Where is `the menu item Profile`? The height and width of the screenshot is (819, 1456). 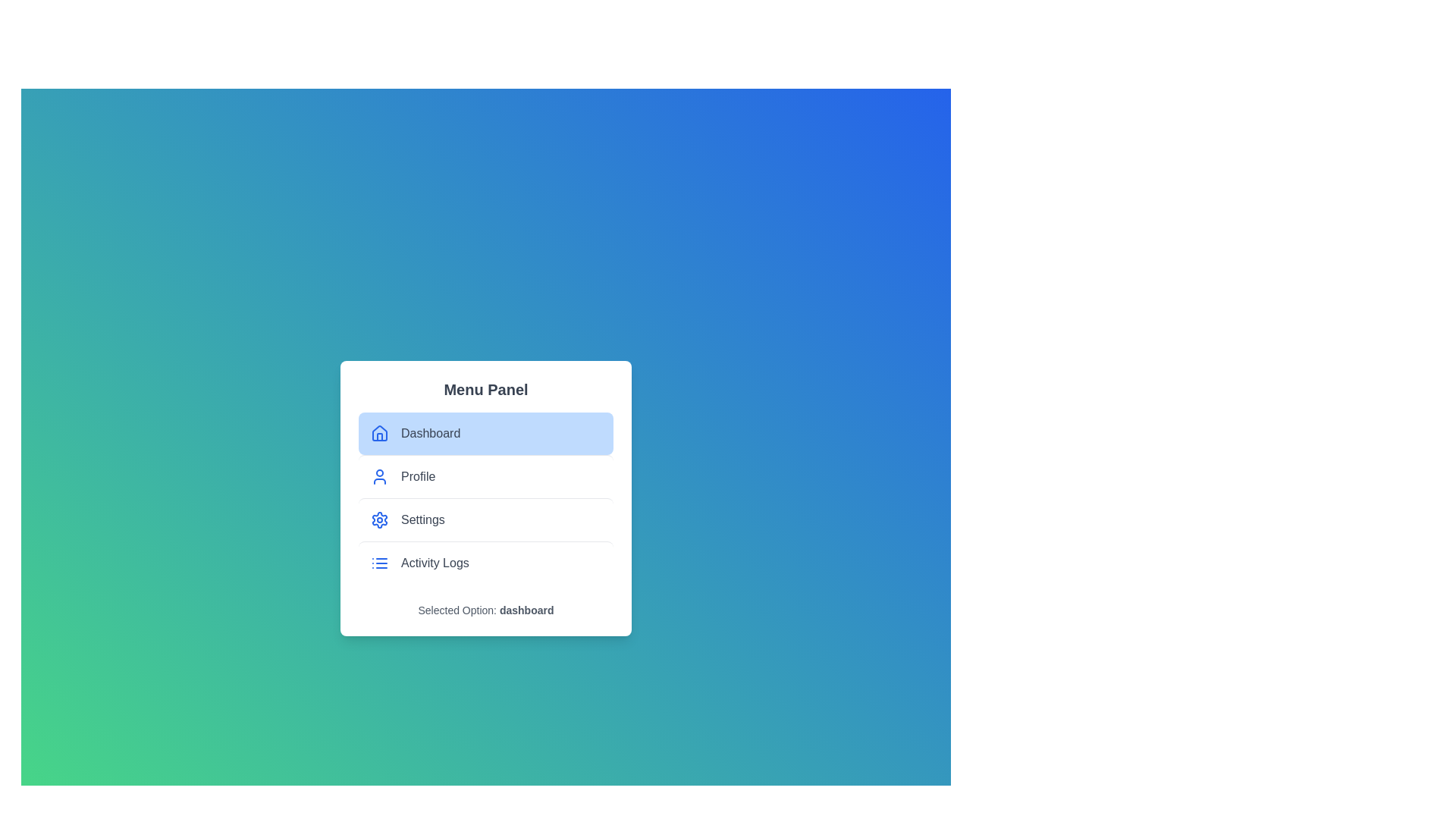 the menu item Profile is located at coordinates (486, 475).